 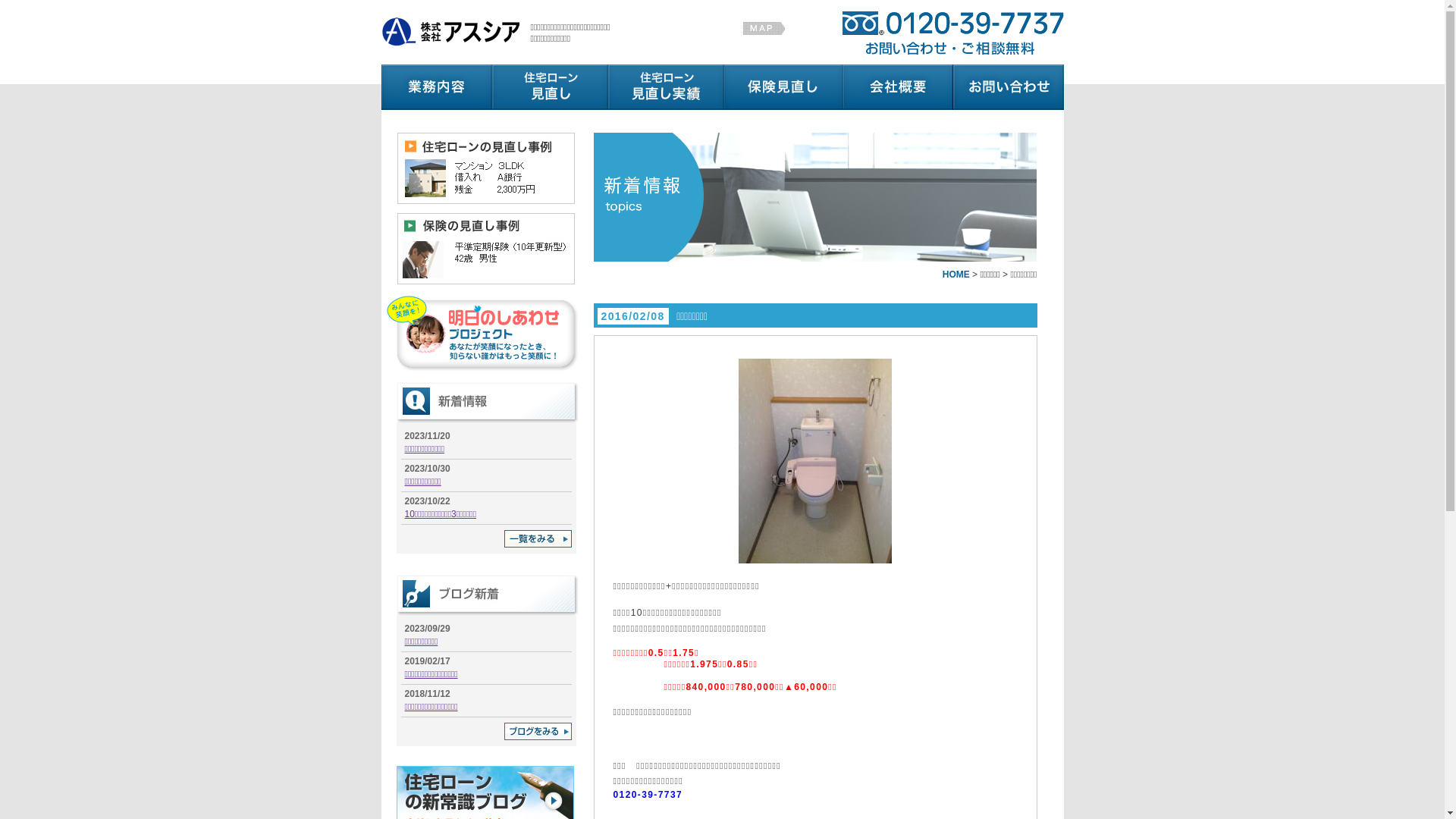 What do you see at coordinates (955, 275) in the screenshot?
I see `'HOME'` at bounding box center [955, 275].